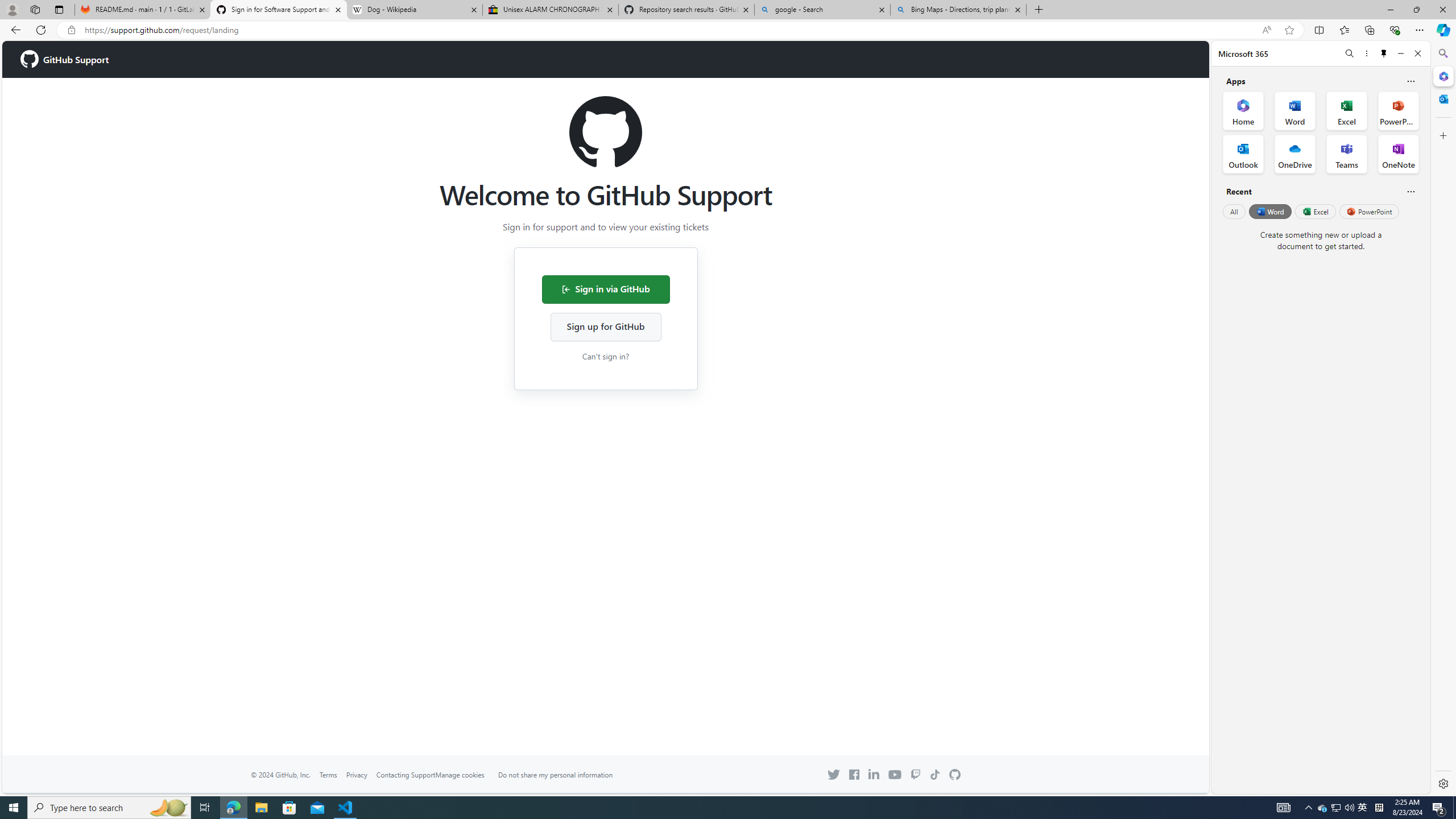 The height and width of the screenshot is (819, 1456). Describe the element at coordinates (895, 773) in the screenshot. I see `'YouTube icon GitHub on YouTube'` at that location.